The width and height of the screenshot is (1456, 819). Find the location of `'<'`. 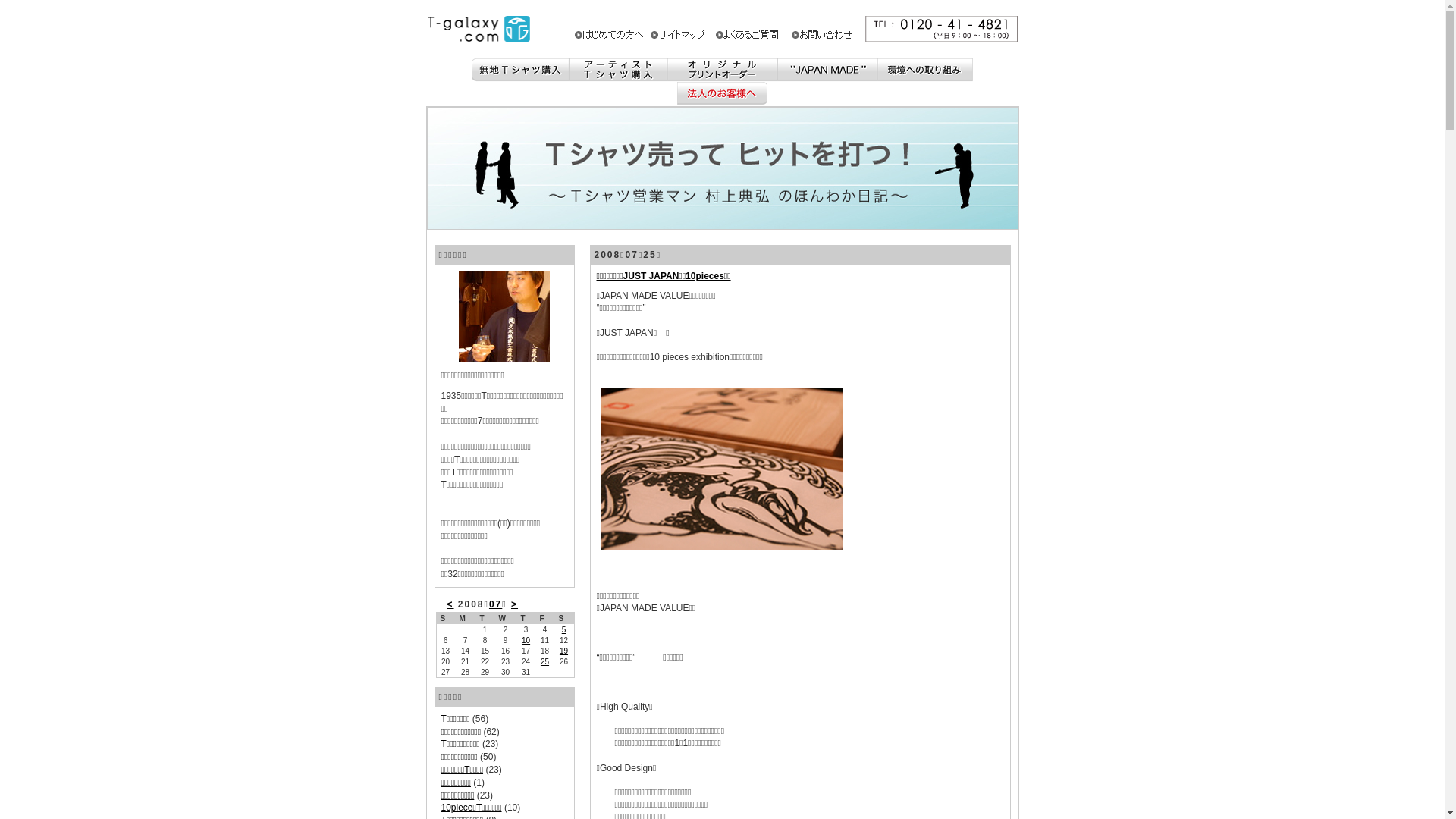

'<' is located at coordinates (450, 604).